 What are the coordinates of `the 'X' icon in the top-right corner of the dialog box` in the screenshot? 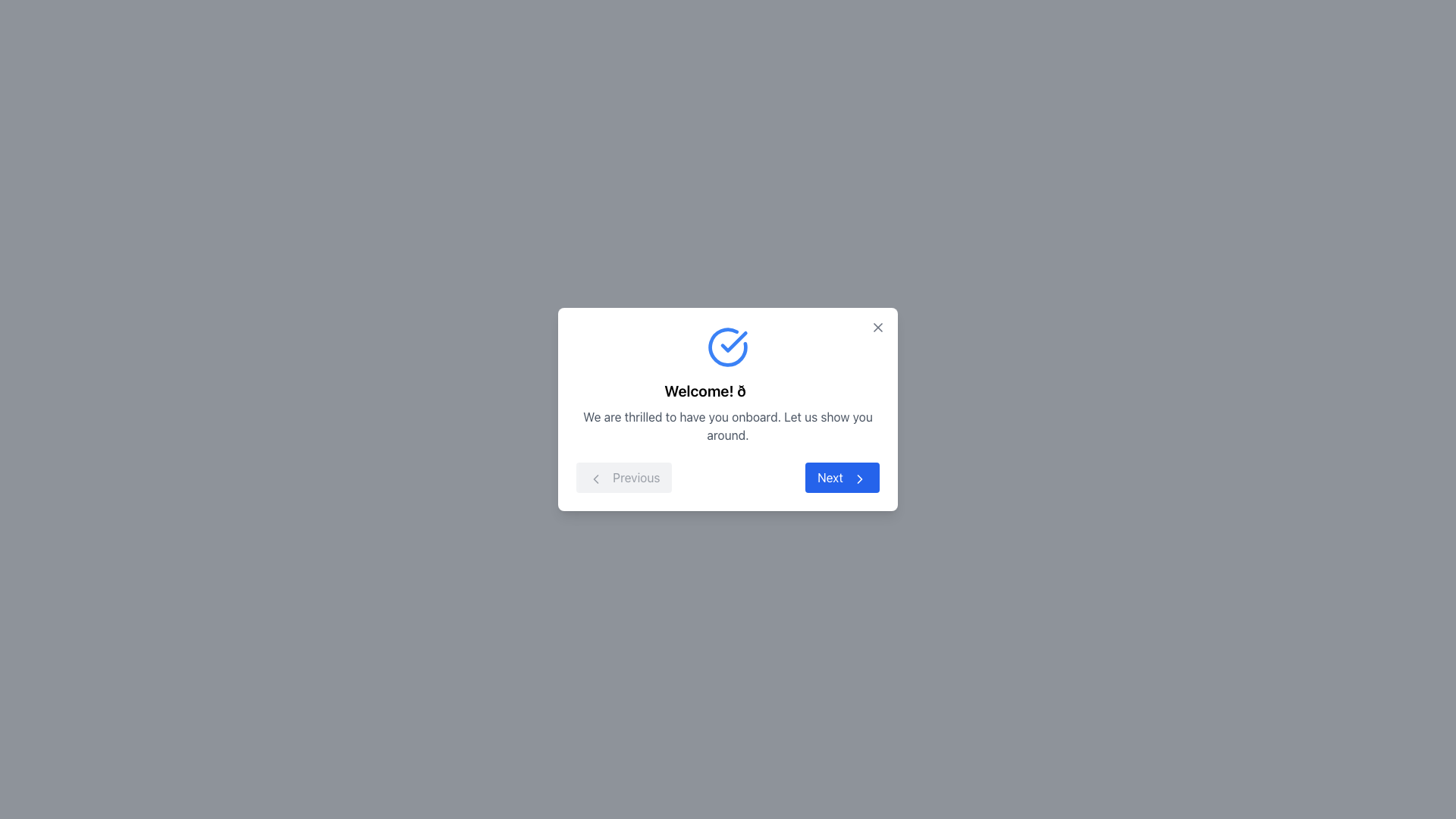 It's located at (877, 327).